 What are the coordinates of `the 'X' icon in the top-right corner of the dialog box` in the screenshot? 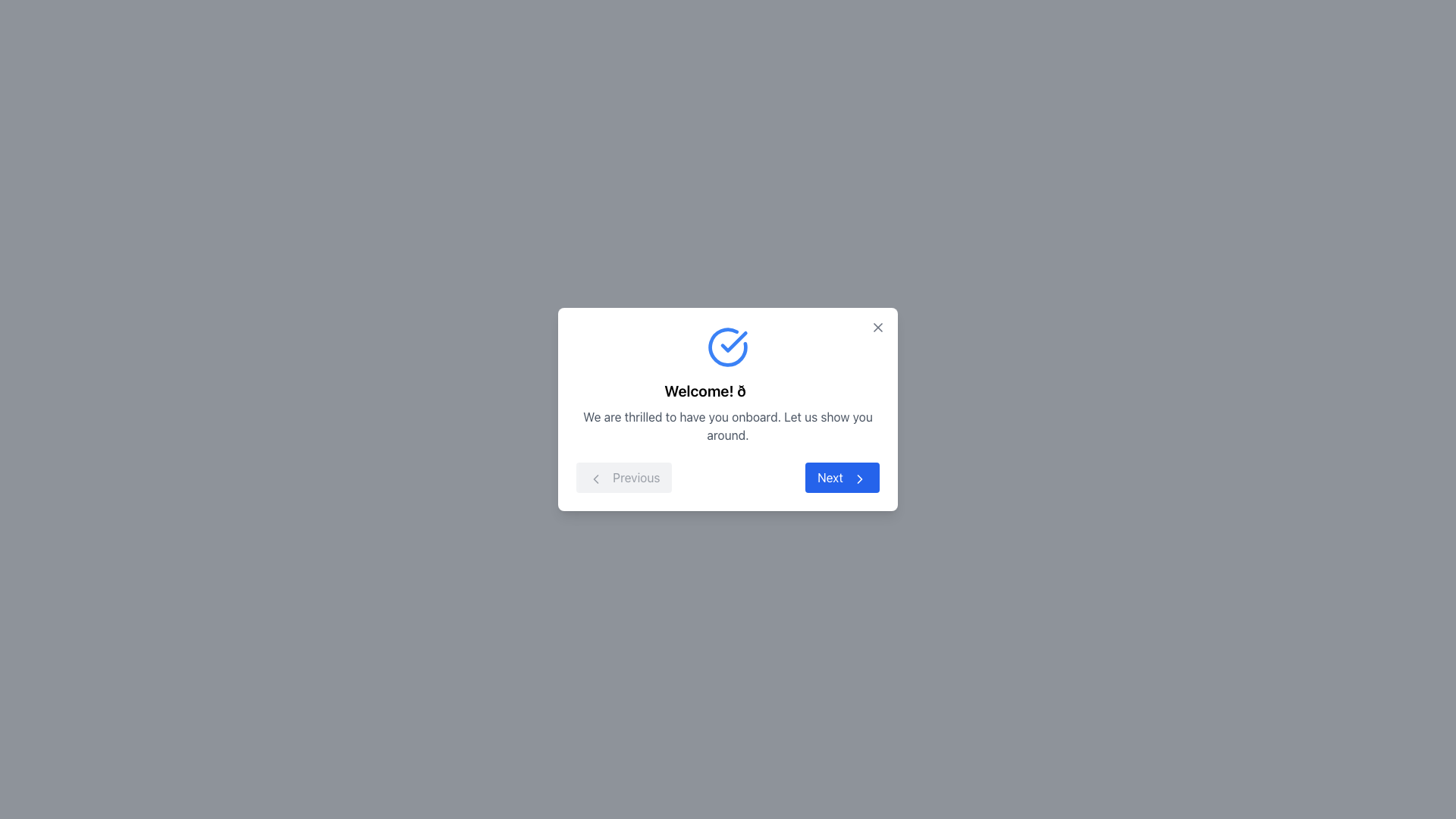 It's located at (877, 327).